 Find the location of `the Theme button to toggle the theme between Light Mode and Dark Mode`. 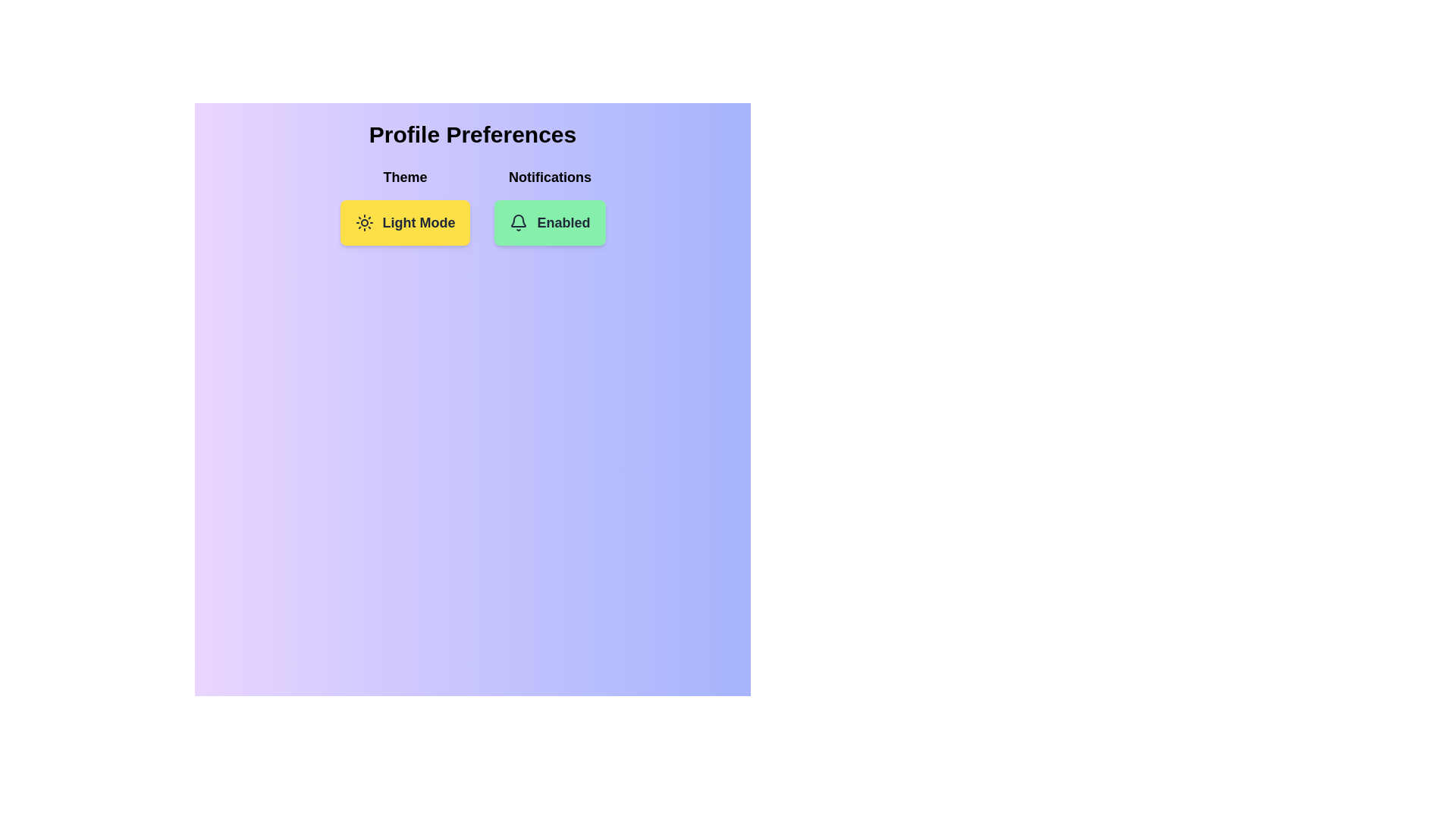

the Theme button to toggle the theme between Light Mode and Dark Mode is located at coordinates (404, 222).